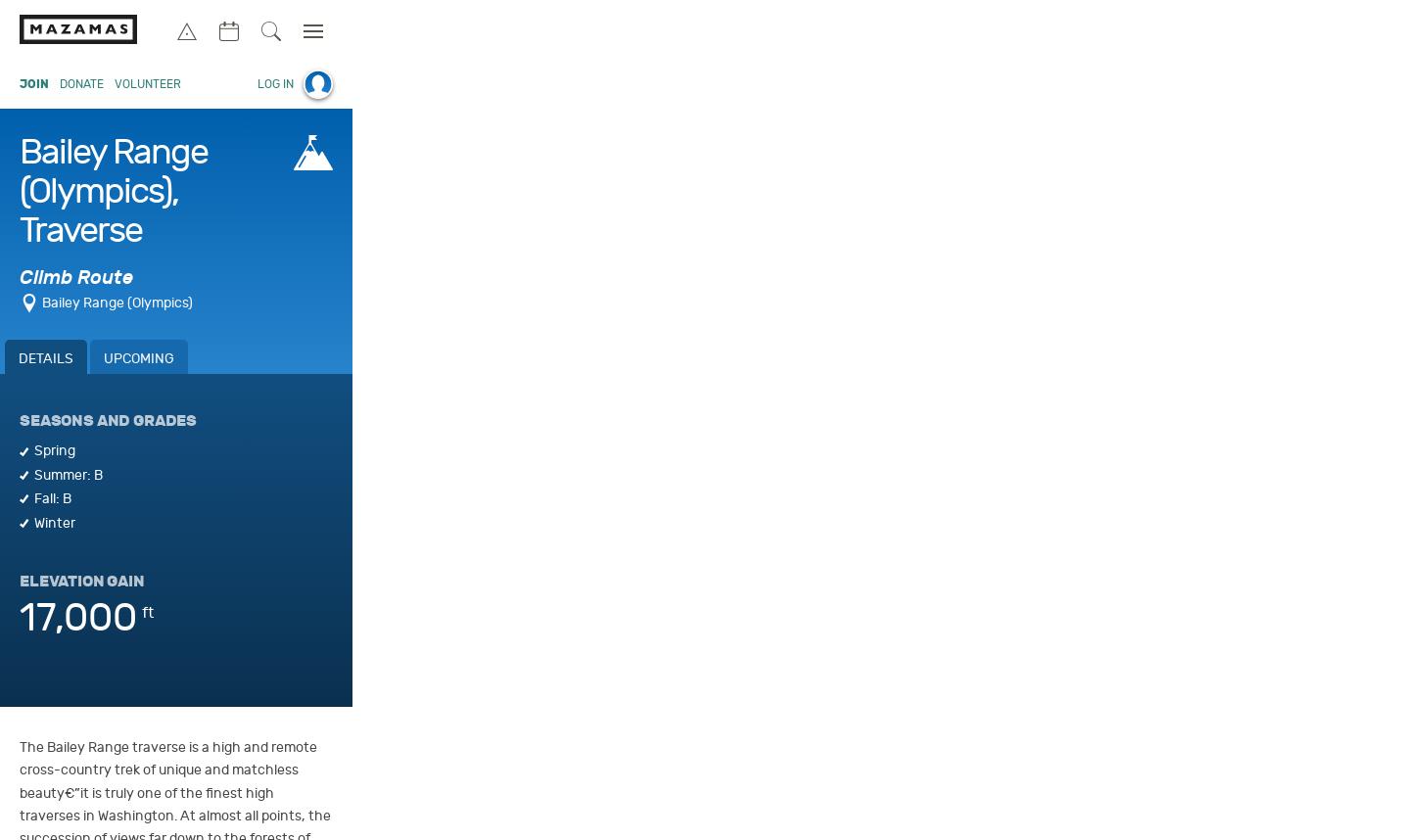 This screenshot has height=840, width=1407. Describe the element at coordinates (18, 617) in the screenshot. I see `'17,000'` at that location.